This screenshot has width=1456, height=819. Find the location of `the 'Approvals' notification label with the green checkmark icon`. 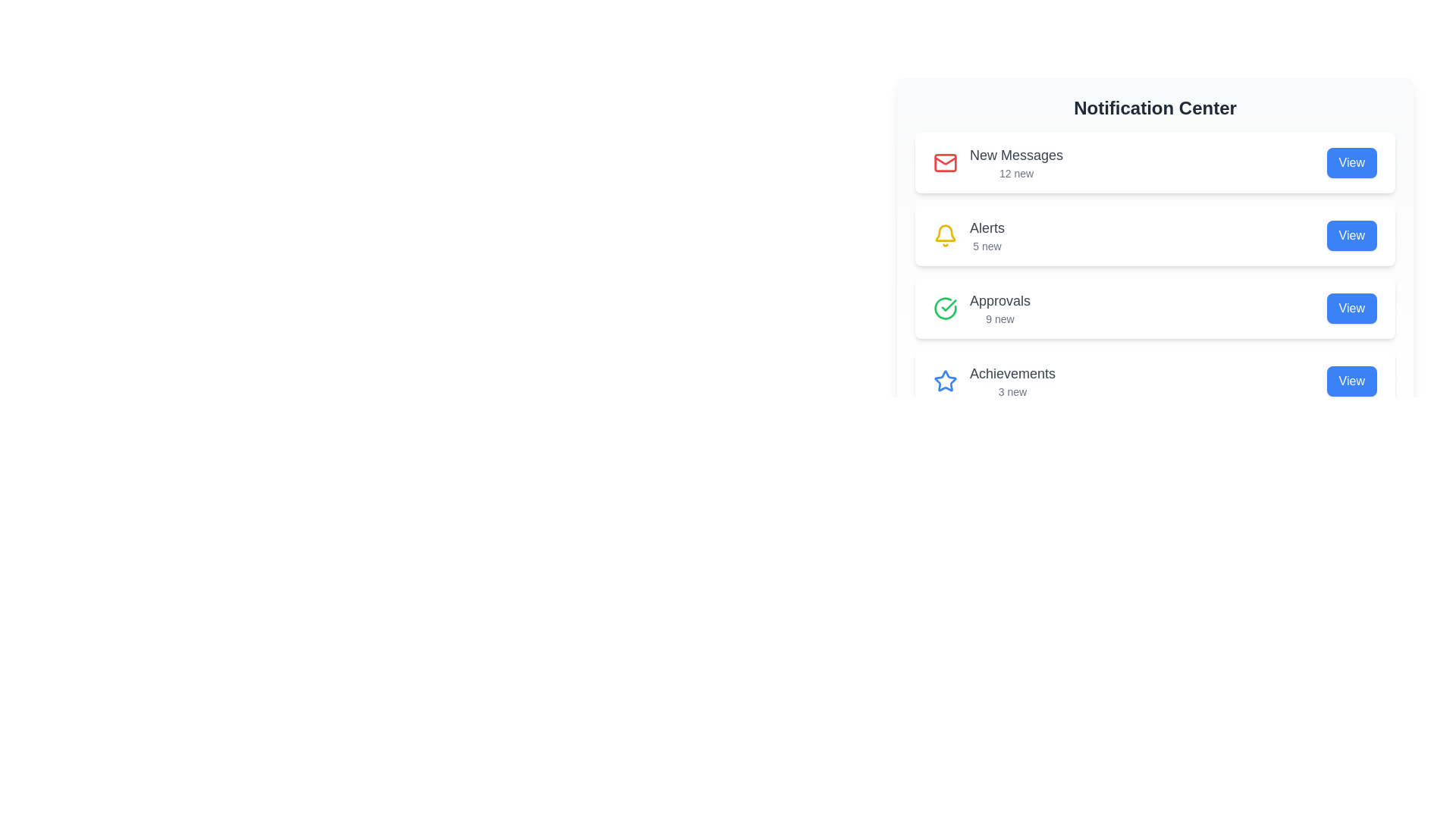

the 'Approvals' notification label with the green checkmark icon is located at coordinates (982, 308).